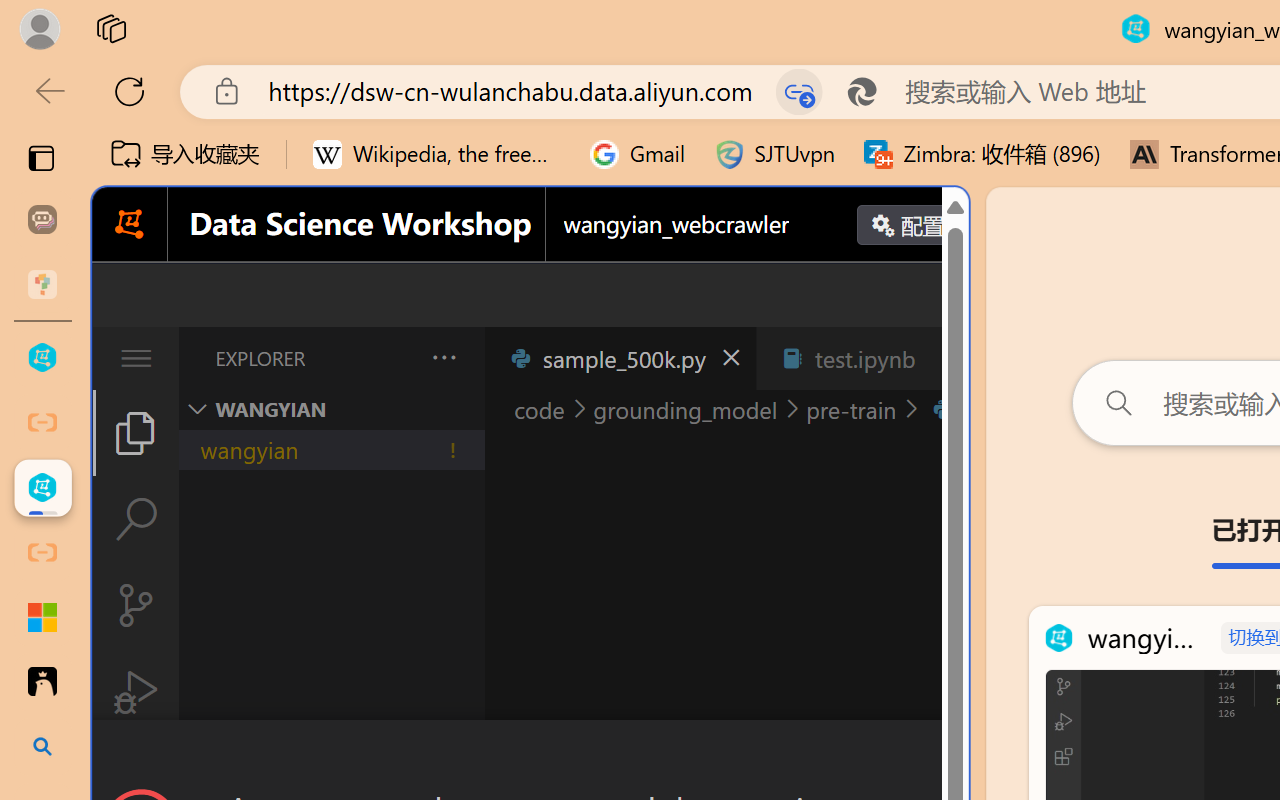 This screenshot has height=800, width=1280. What do you see at coordinates (134, 432) in the screenshot?
I see `'Explorer (Ctrl+Shift+E)'` at bounding box center [134, 432].